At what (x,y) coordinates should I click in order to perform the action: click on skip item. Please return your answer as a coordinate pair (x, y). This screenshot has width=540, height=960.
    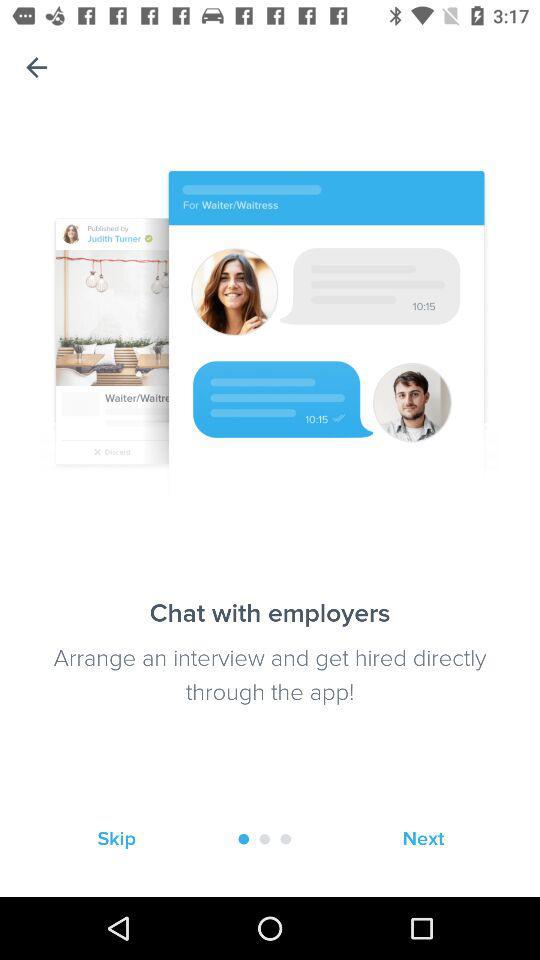
    Looking at the image, I should click on (116, 839).